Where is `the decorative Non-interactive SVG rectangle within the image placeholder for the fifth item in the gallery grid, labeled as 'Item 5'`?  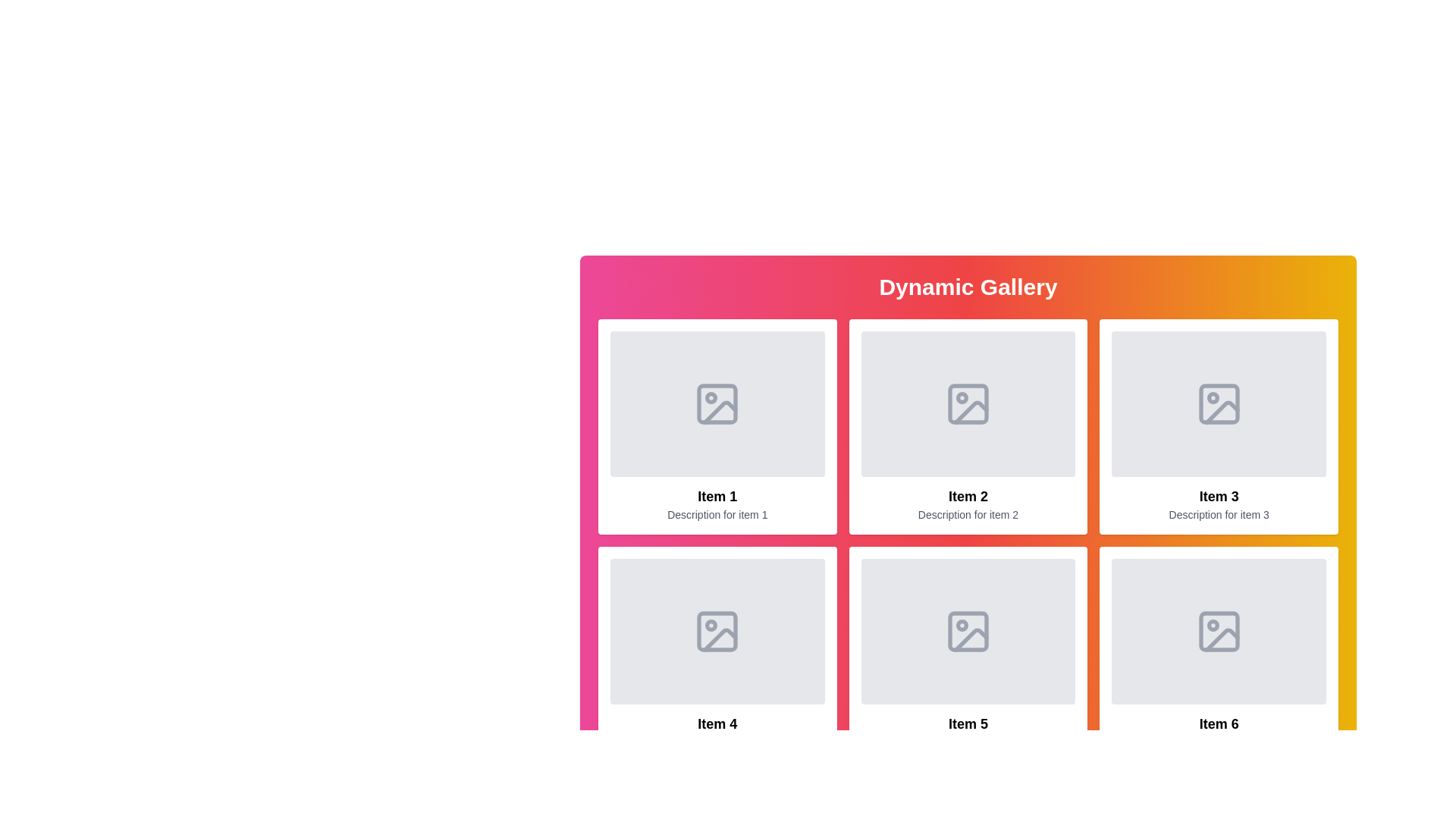
the decorative Non-interactive SVG rectangle within the image placeholder for the fifth item in the gallery grid, labeled as 'Item 5' is located at coordinates (967, 632).